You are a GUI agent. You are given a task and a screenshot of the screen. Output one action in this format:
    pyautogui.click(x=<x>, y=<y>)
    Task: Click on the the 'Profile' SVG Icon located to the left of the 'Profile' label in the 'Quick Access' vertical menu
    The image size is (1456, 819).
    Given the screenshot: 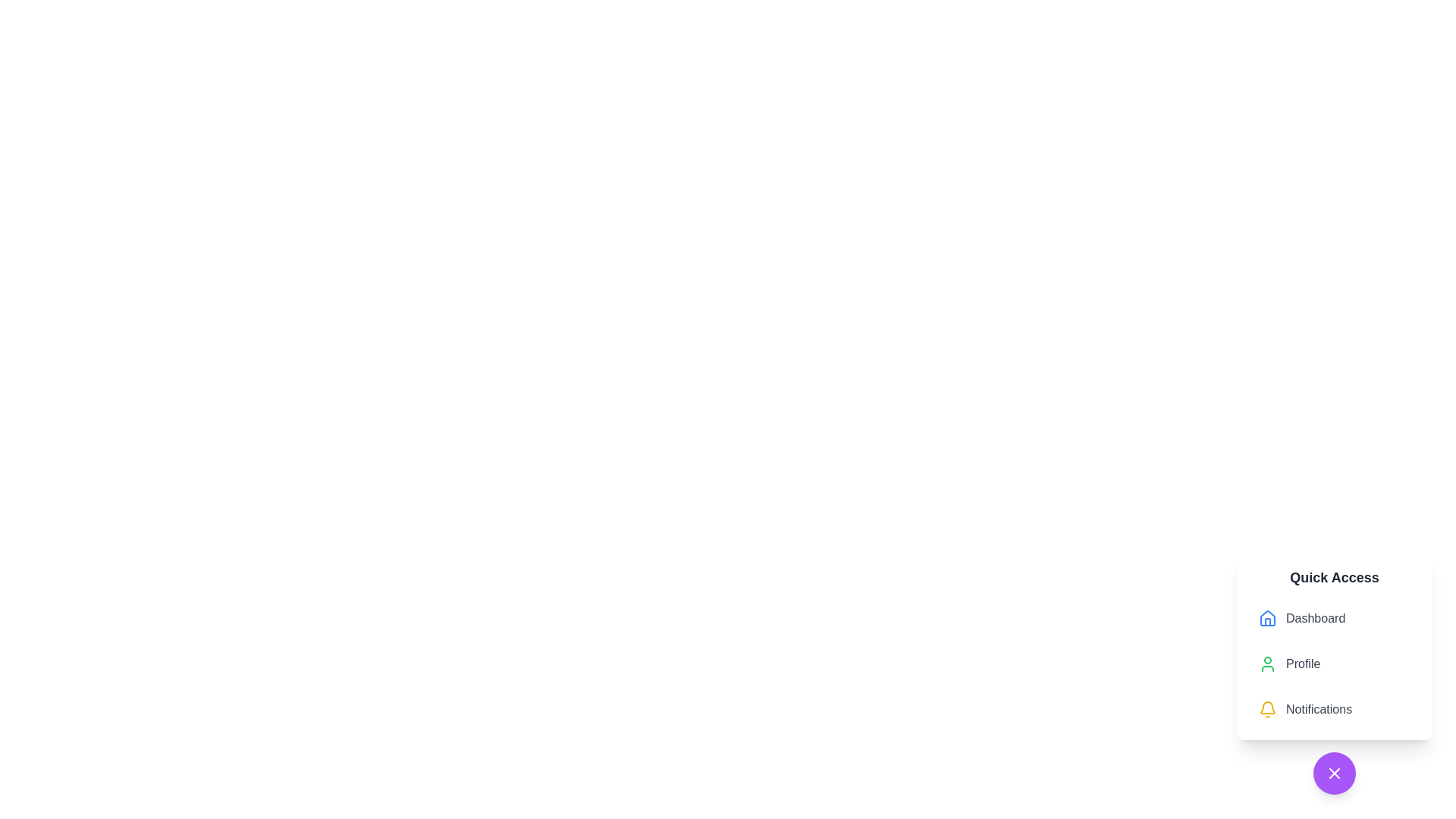 What is the action you would take?
    pyautogui.click(x=1267, y=663)
    